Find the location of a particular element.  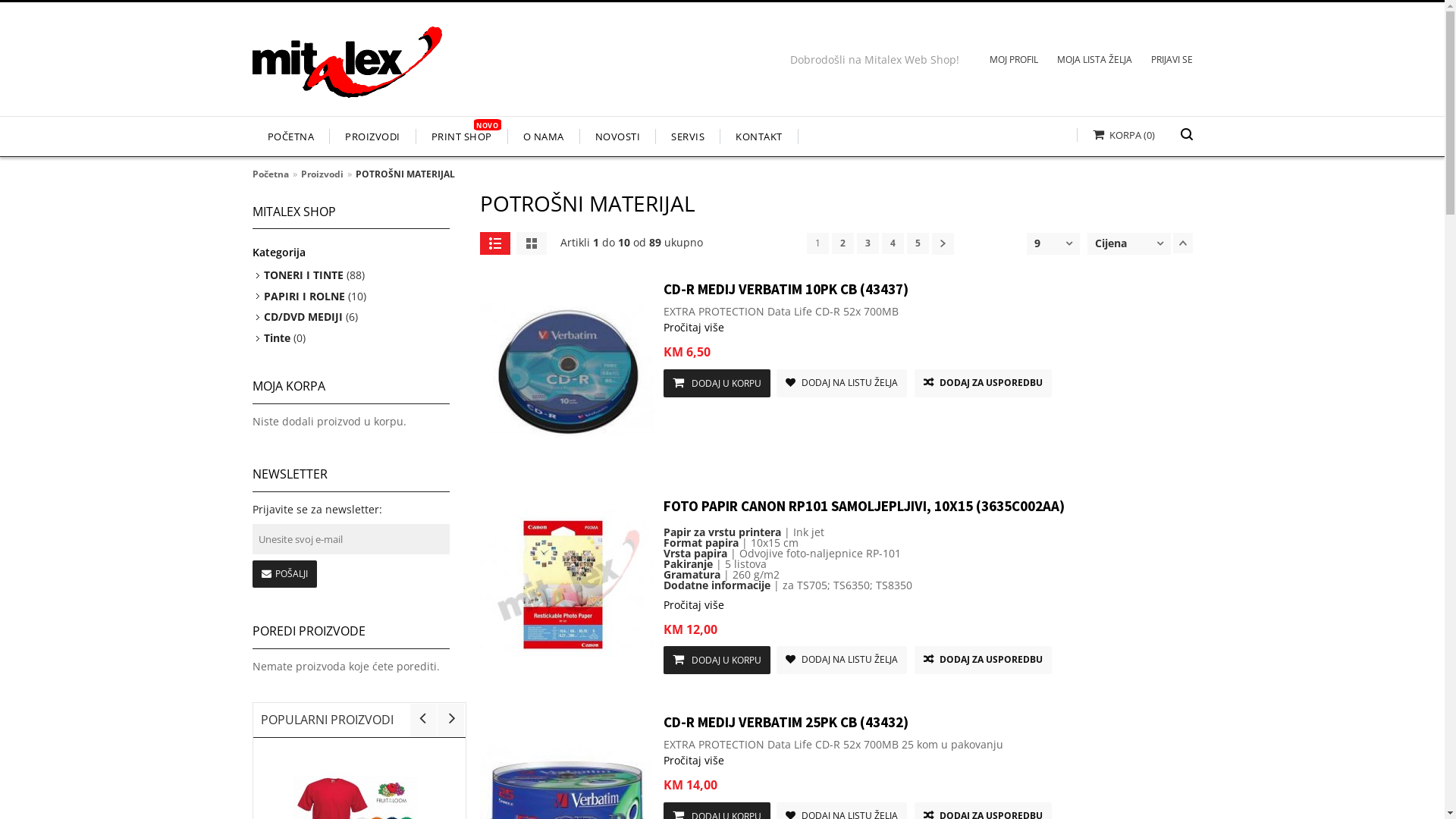

'4' is located at coordinates (892, 242).